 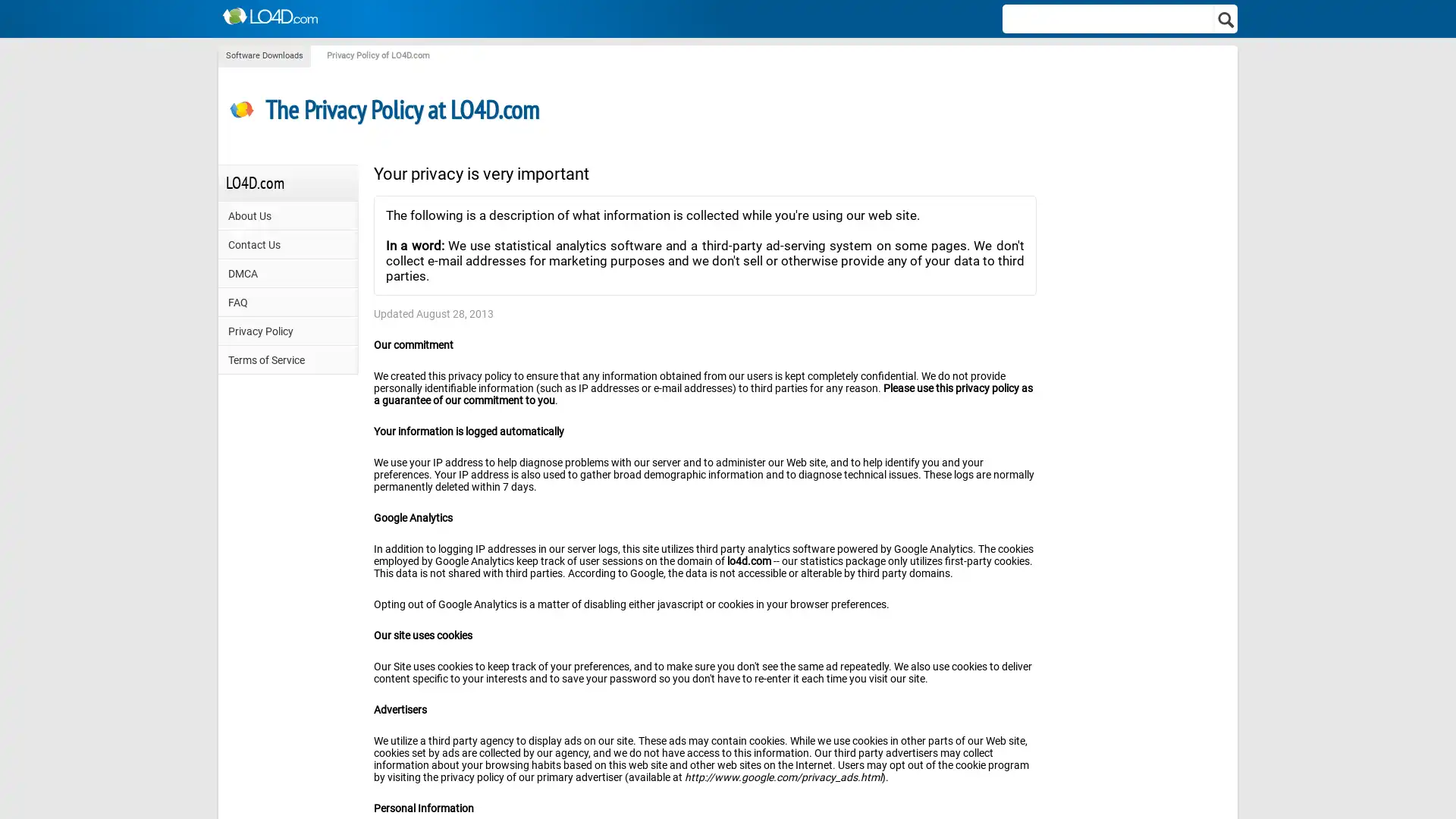 What do you see at coordinates (1226, 18) in the screenshot?
I see `Search` at bounding box center [1226, 18].